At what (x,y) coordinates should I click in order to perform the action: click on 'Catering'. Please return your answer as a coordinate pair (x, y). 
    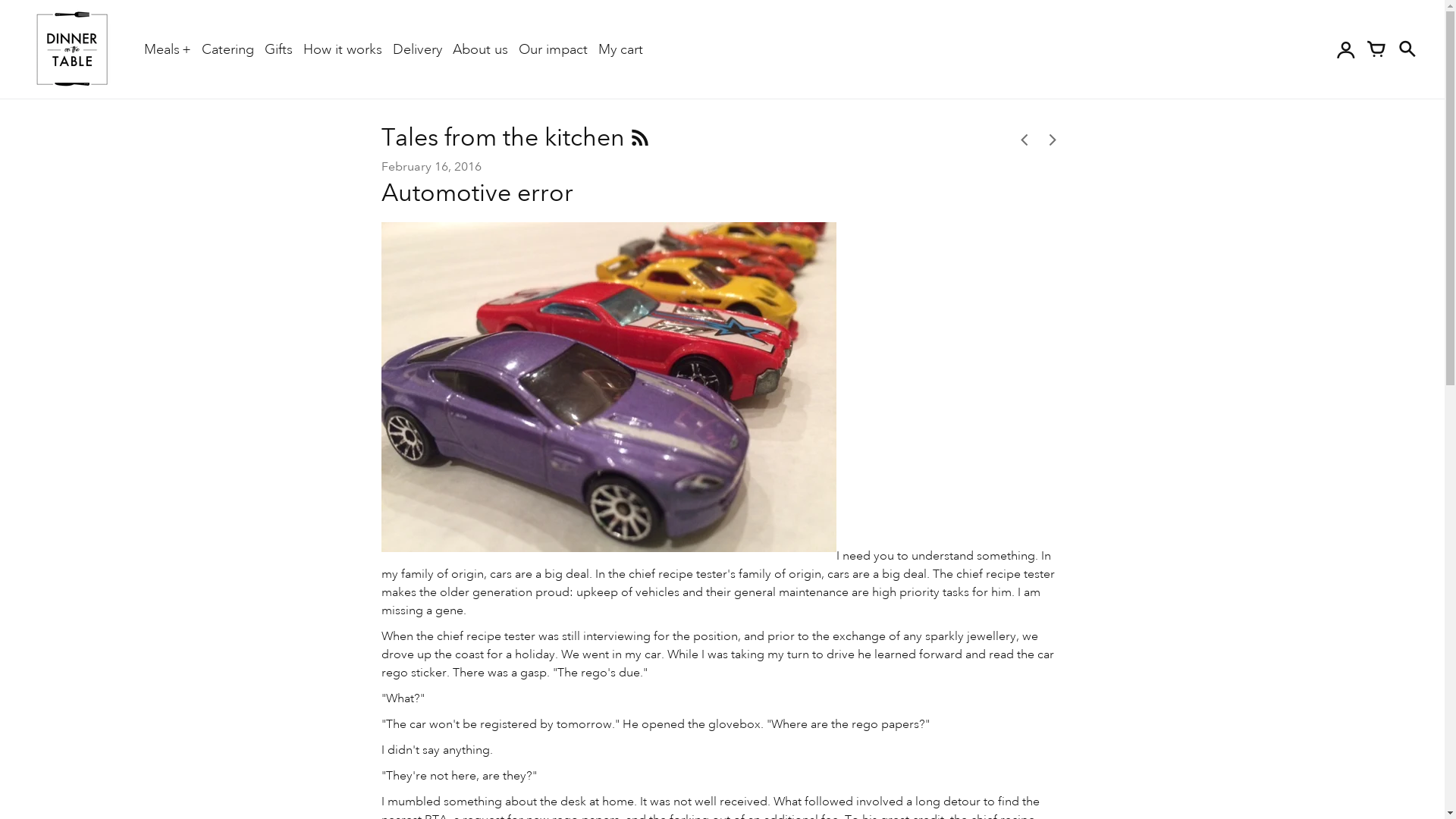
    Looking at the image, I should click on (227, 48).